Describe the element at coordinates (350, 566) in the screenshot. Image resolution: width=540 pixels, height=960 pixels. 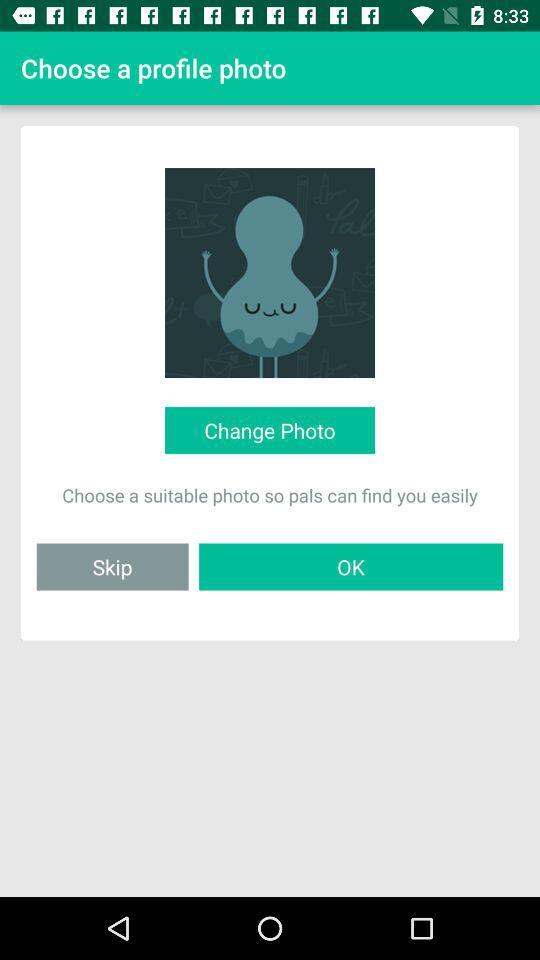
I see `the item next to skip` at that location.